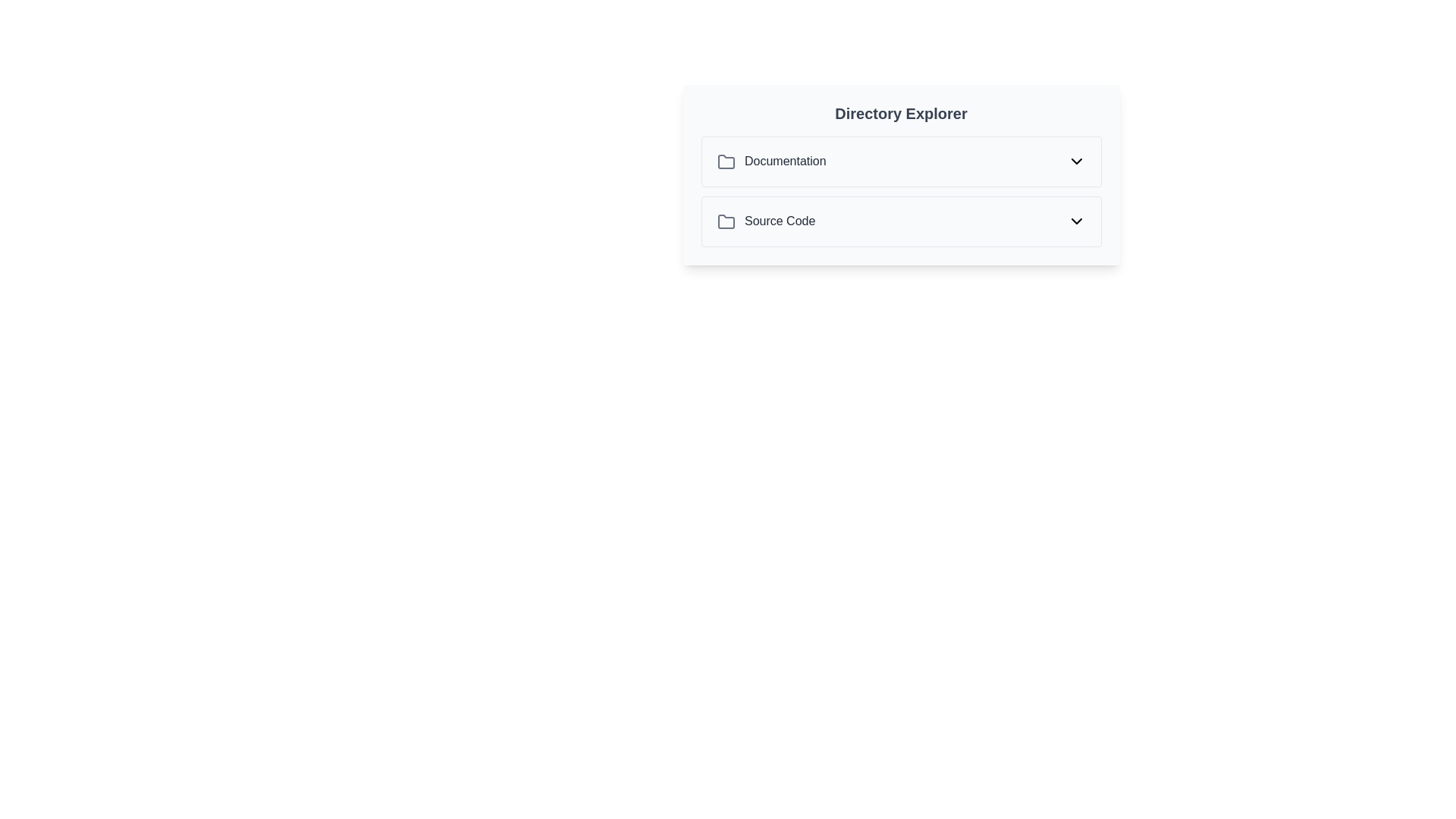  Describe the element at coordinates (725, 162) in the screenshot. I see `the documentation folder icon located to the left of the 'Documentation' text in the Directory Explorer interface` at that location.